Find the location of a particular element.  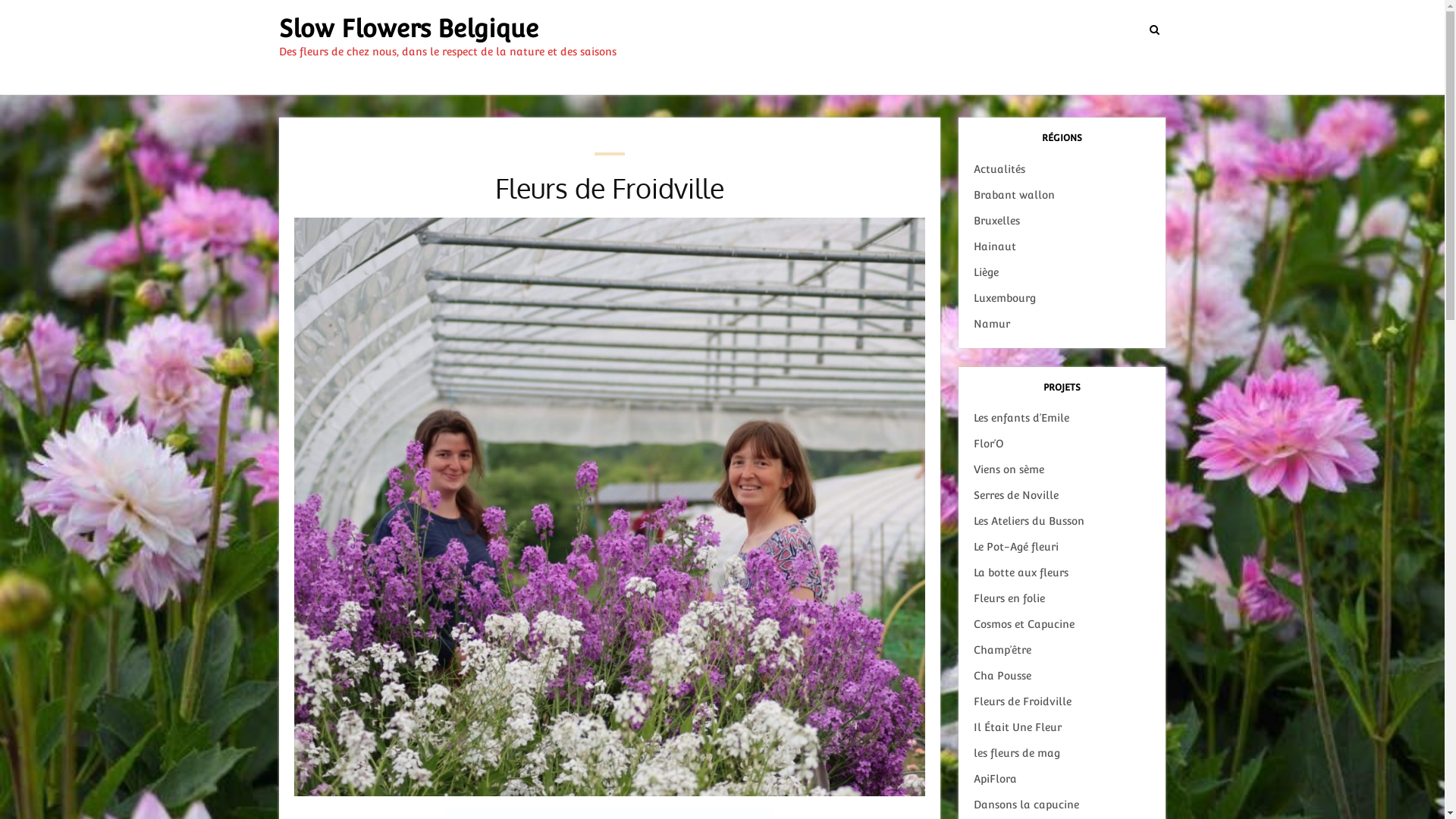

'Cosmos et Capucine' is located at coordinates (1024, 623).